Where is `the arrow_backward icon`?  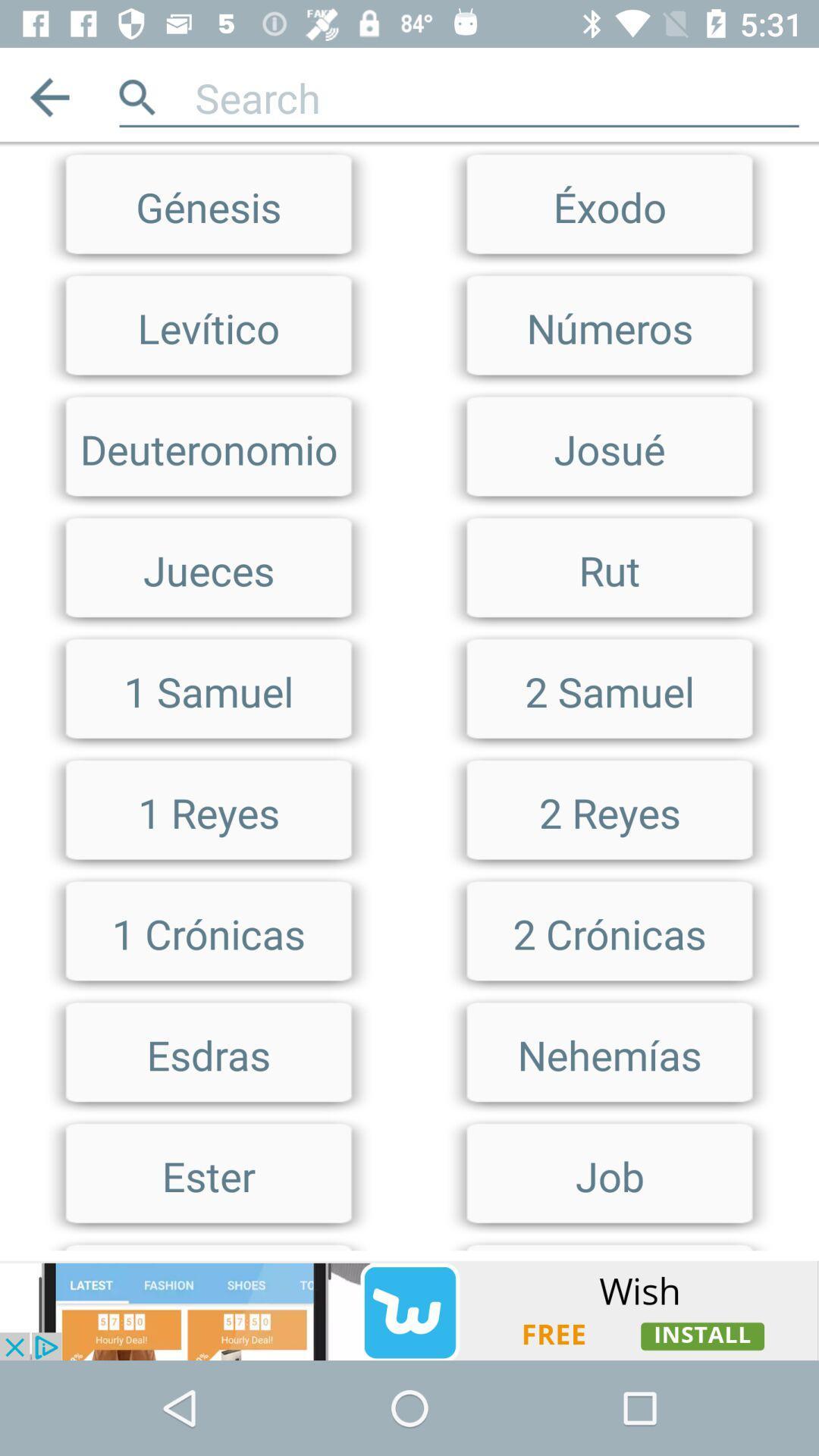 the arrow_backward icon is located at coordinates (49, 96).